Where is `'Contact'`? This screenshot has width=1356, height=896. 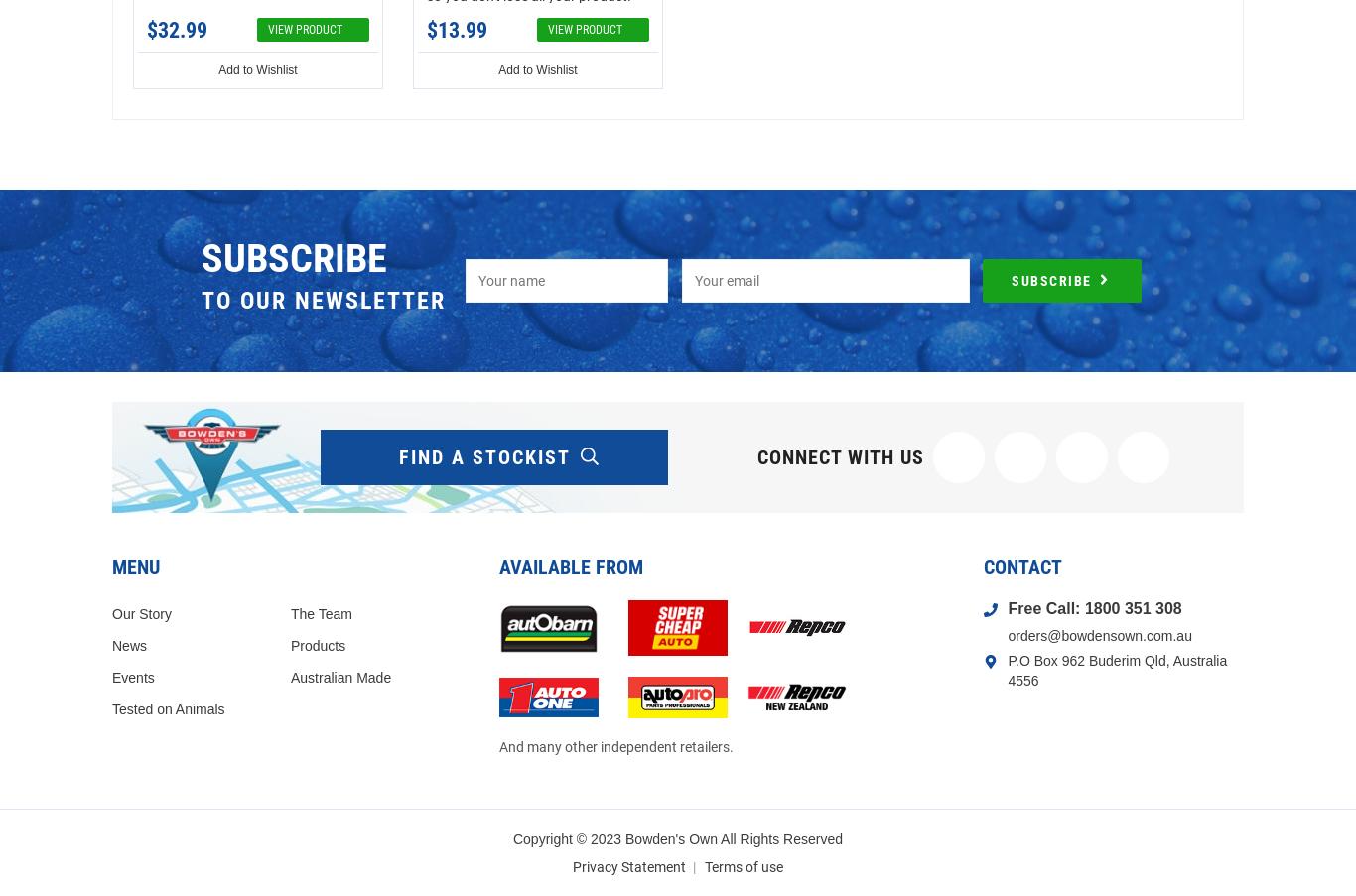
'Contact' is located at coordinates (1020, 565).